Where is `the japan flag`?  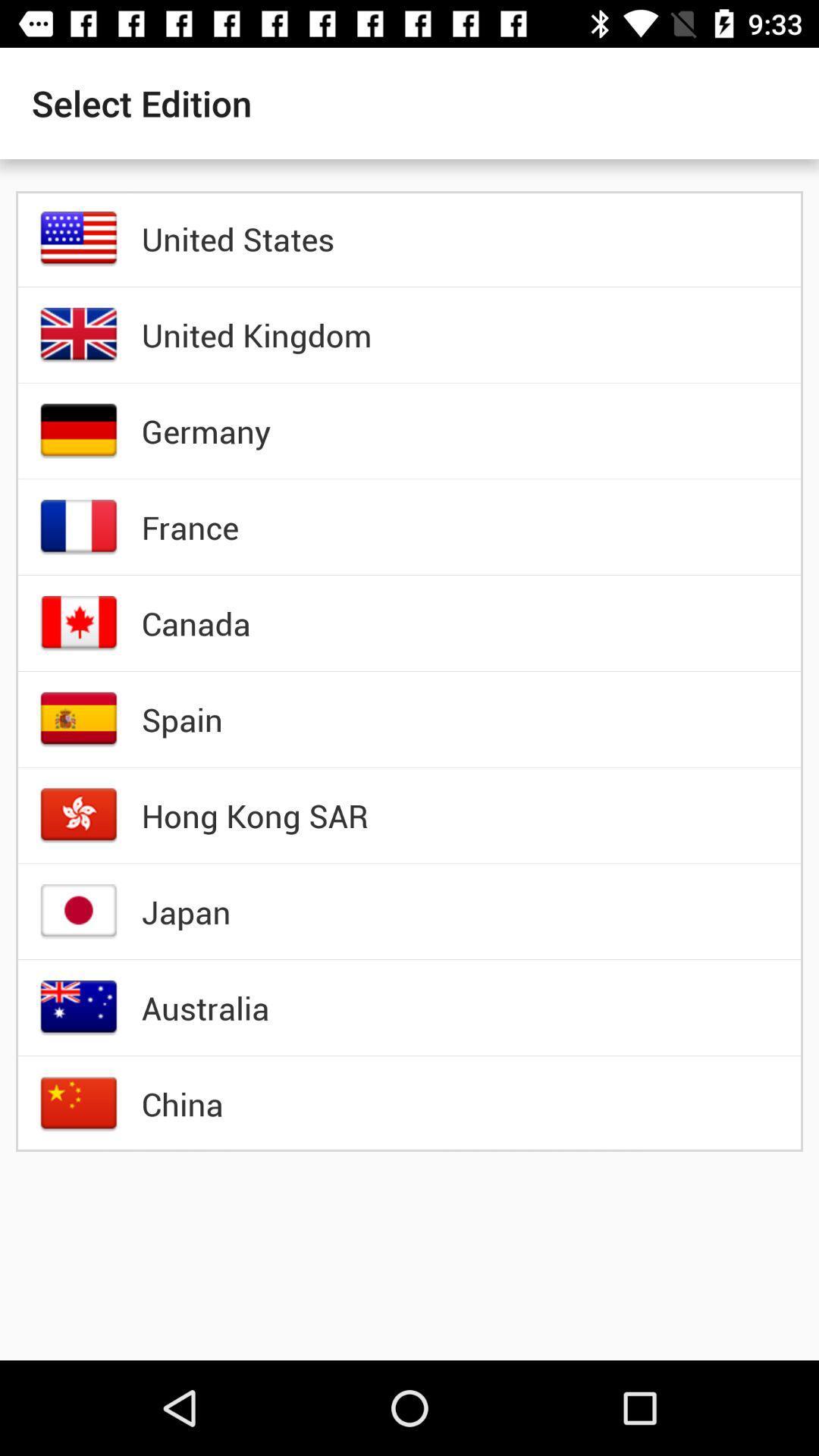
the japan flag is located at coordinates (79, 911).